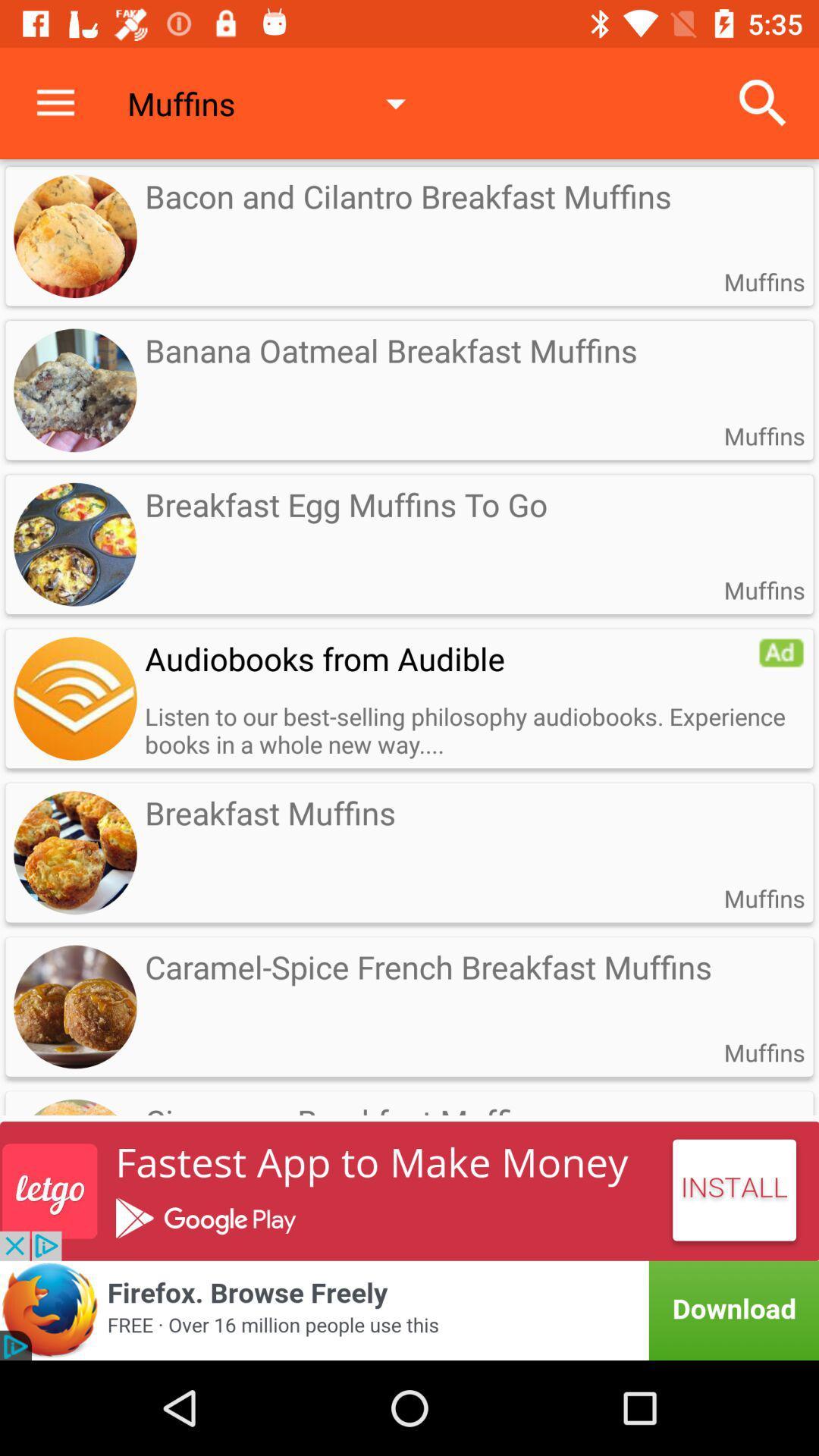  I want to click on the option, so click(781, 652).